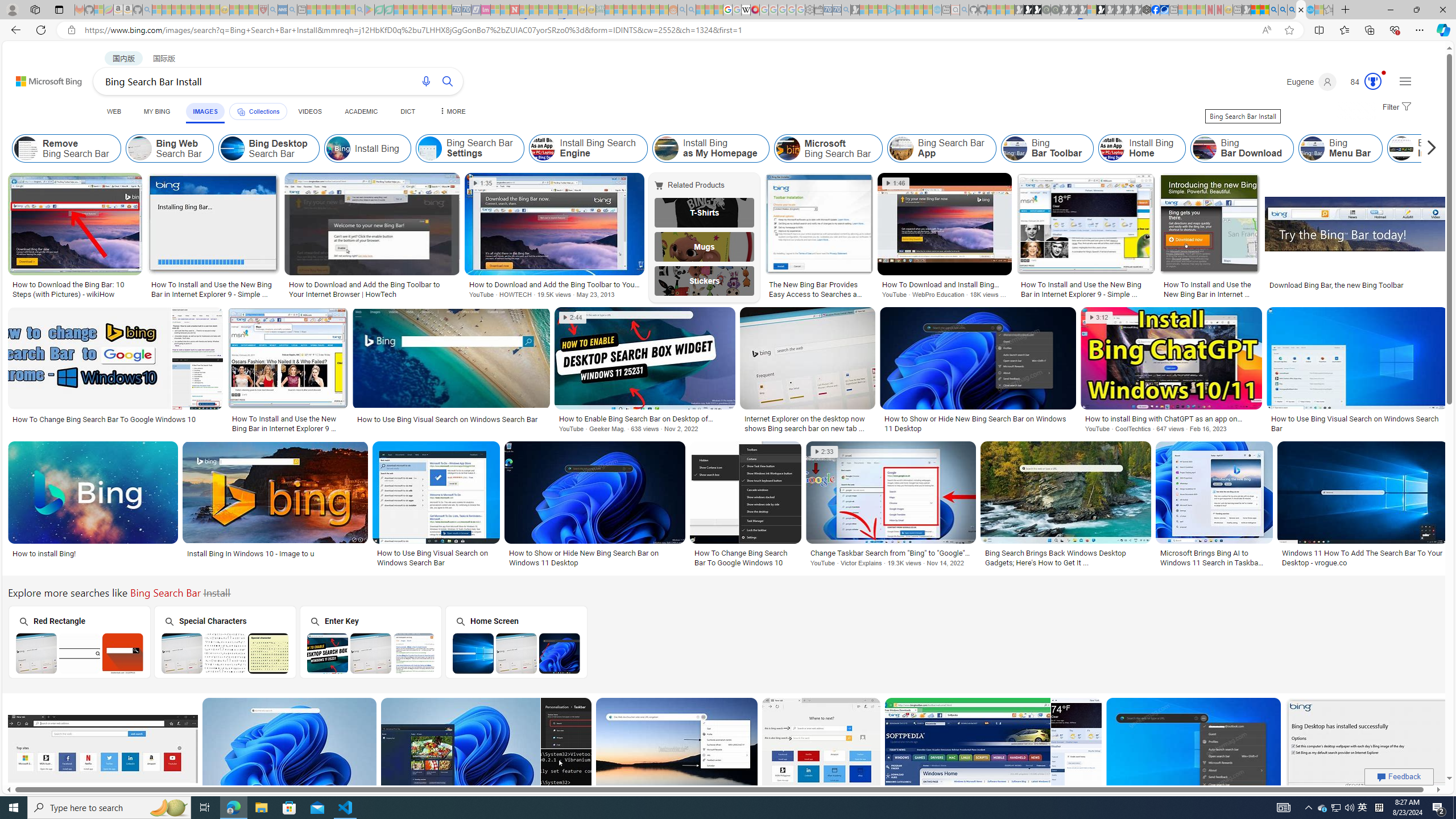  What do you see at coordinates (26, 148) in the screenshot?
I see `'Remove Bing Search Bar'` at bounding box center [26, 148].